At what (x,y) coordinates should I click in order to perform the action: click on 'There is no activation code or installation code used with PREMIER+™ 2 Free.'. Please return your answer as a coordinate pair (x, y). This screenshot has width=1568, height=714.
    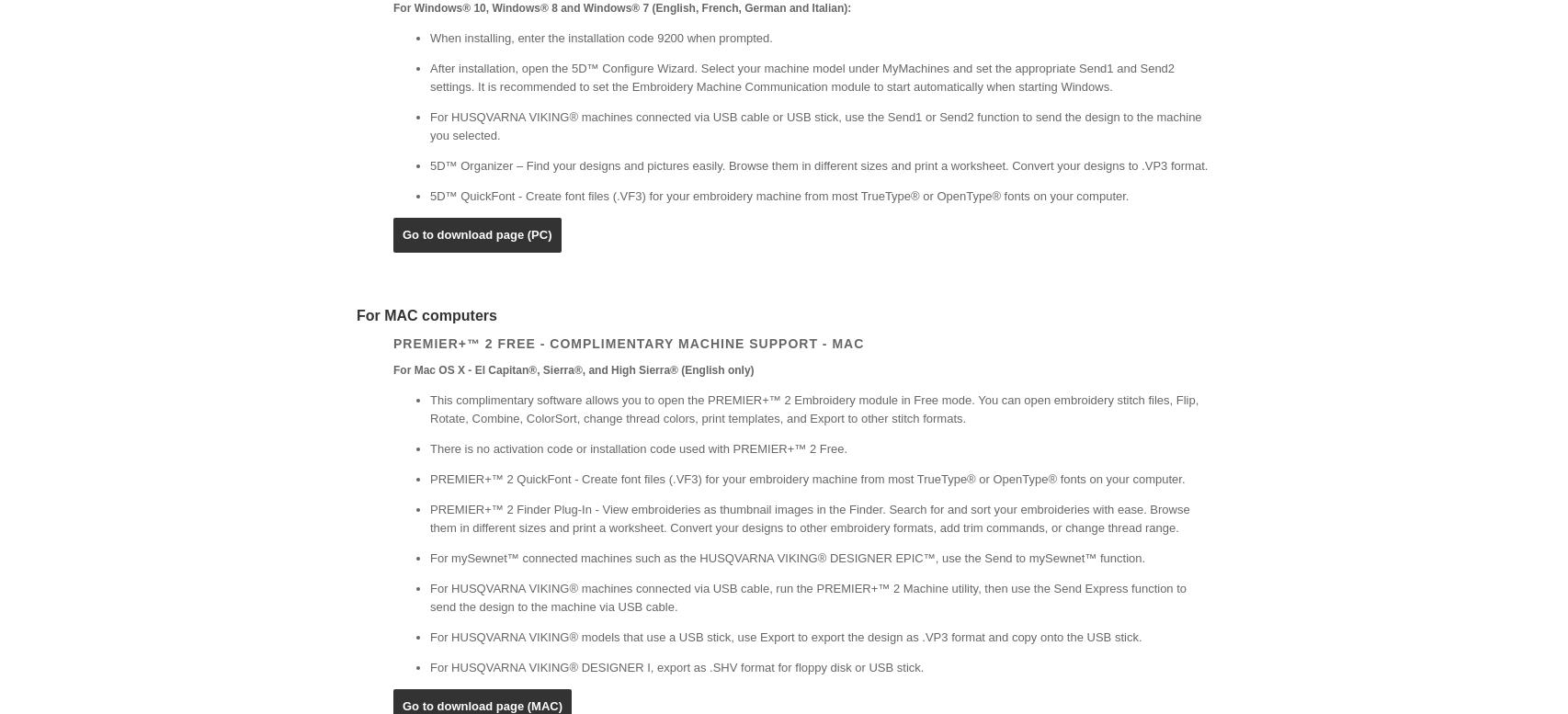
    Looking at the image, I should click on (638, 448).